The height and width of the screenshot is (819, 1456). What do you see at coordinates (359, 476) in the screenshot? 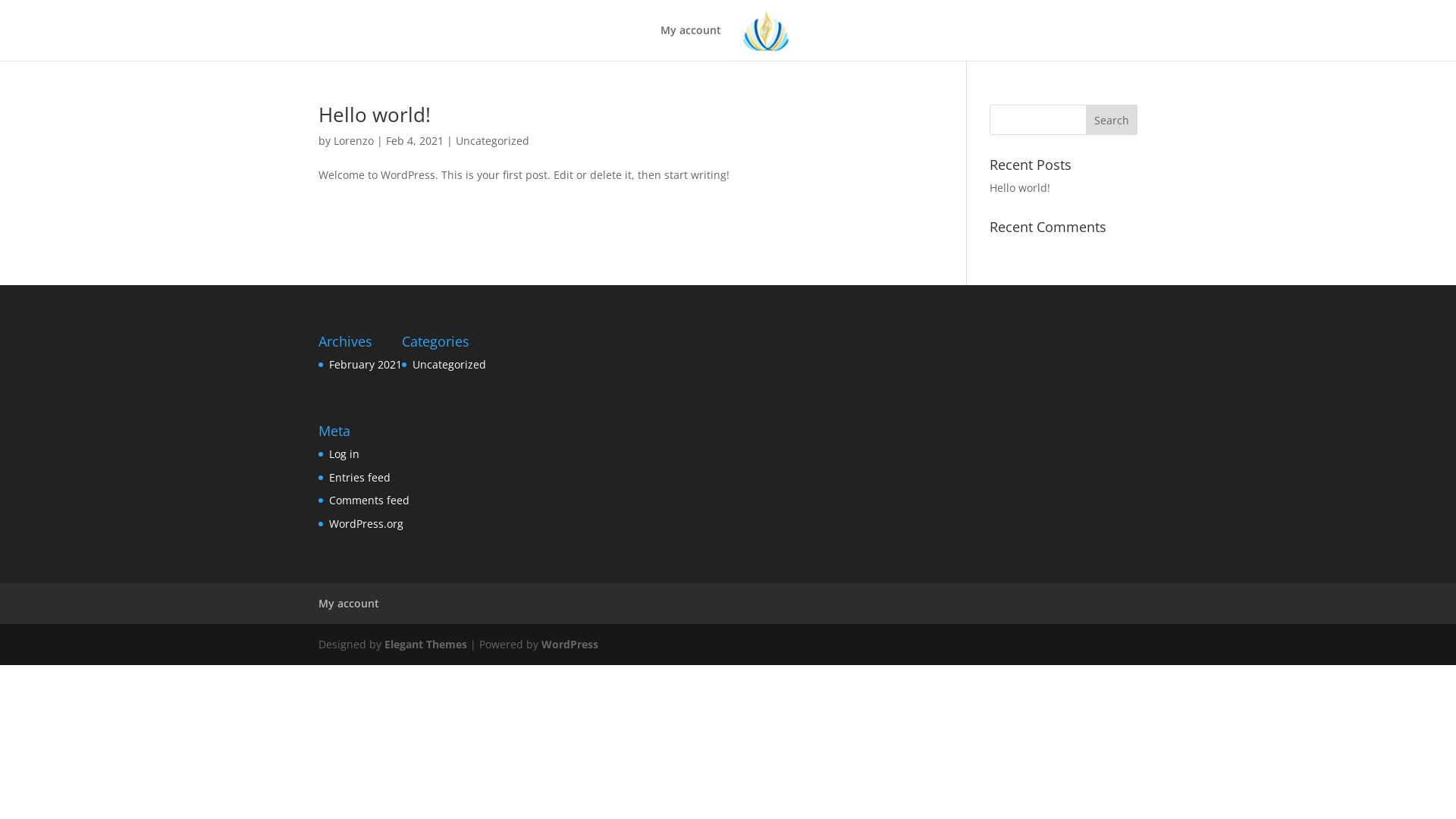
I see `'Entries feed'` at bounding box center [359, 476].